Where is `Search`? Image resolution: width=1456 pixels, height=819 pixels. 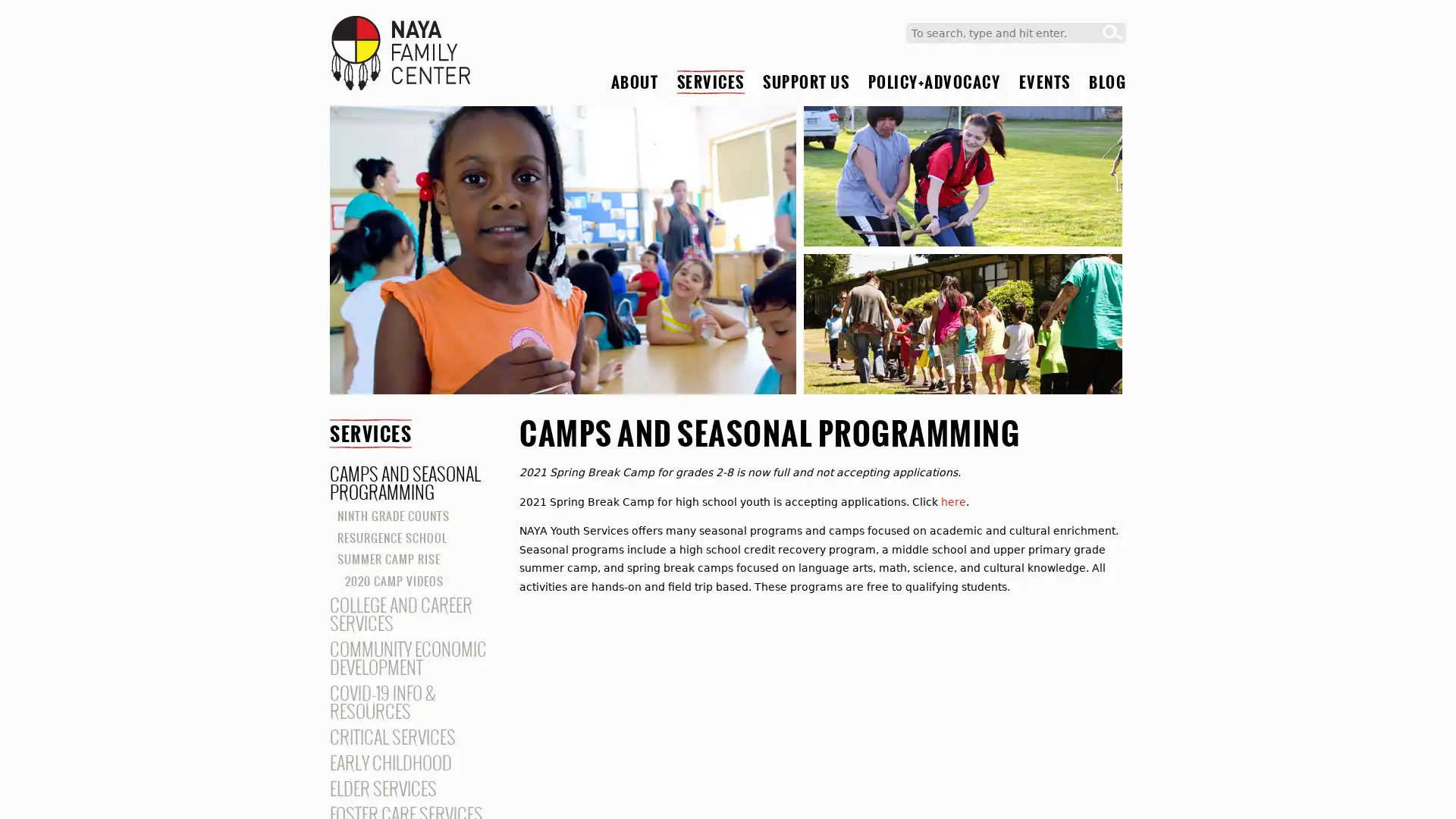
Search is located at coordinates (1112, 33).